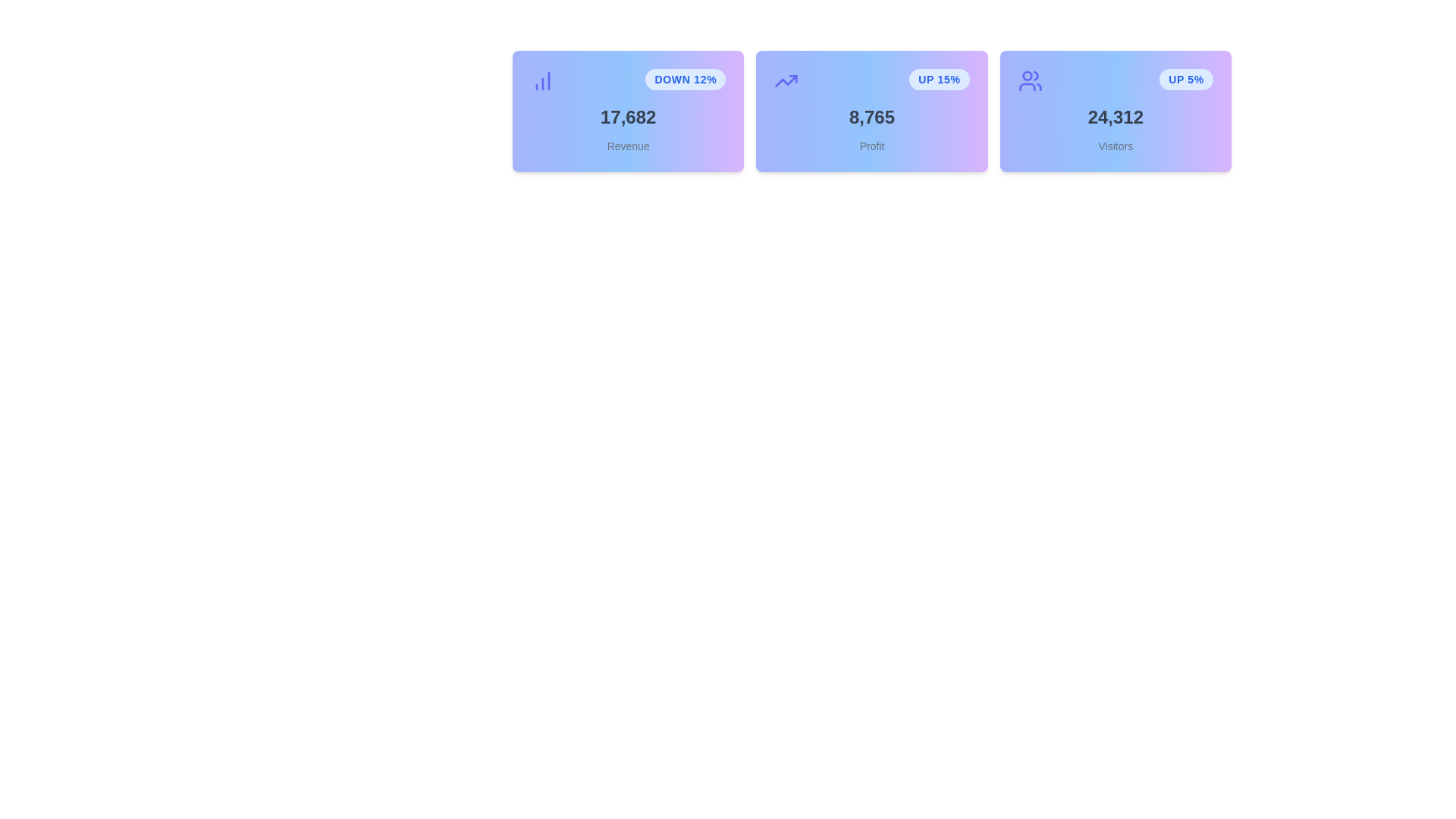 The height and width of the screenshot is (819, 1456). I want to click on the middle summary panel of the Dashboard widget, which features a gradient background and contains numerical data and labels such as Revenue and Profit, so click(872, 110).